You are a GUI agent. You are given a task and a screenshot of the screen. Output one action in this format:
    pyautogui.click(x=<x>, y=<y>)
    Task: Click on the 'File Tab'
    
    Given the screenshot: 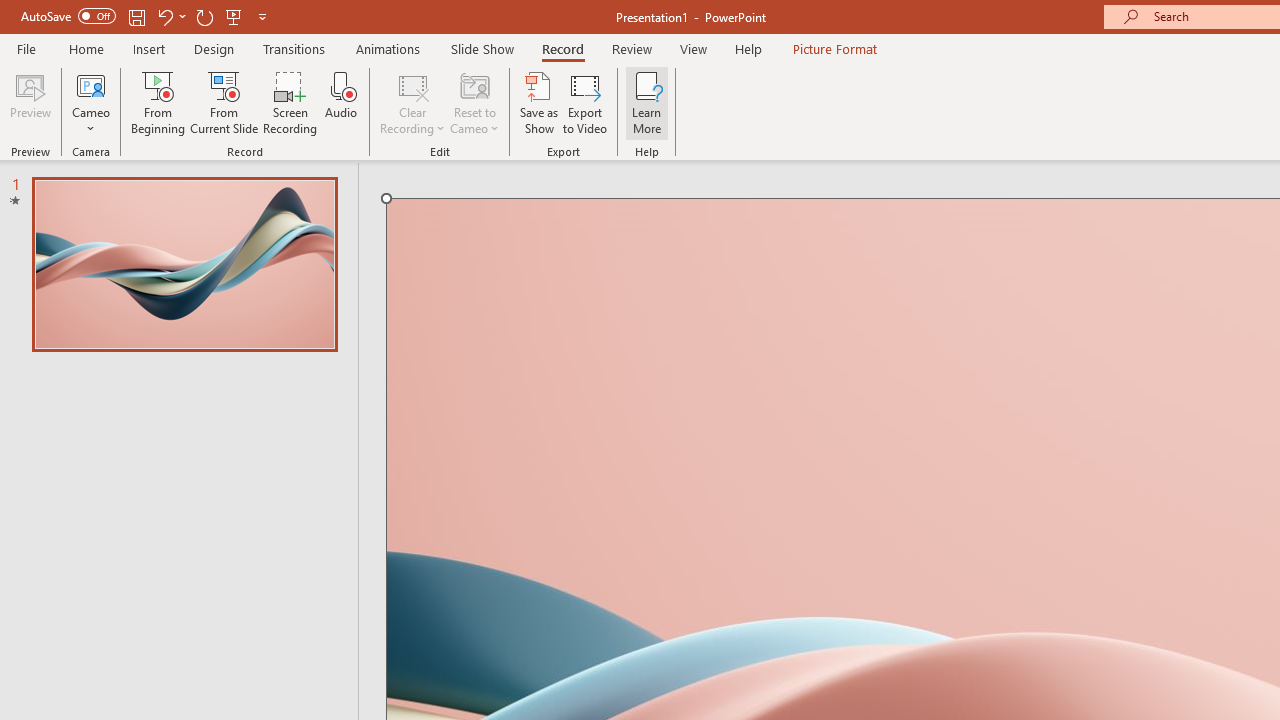 What is the action you would take?
    pyautogui.click(x=26, y=47)
    